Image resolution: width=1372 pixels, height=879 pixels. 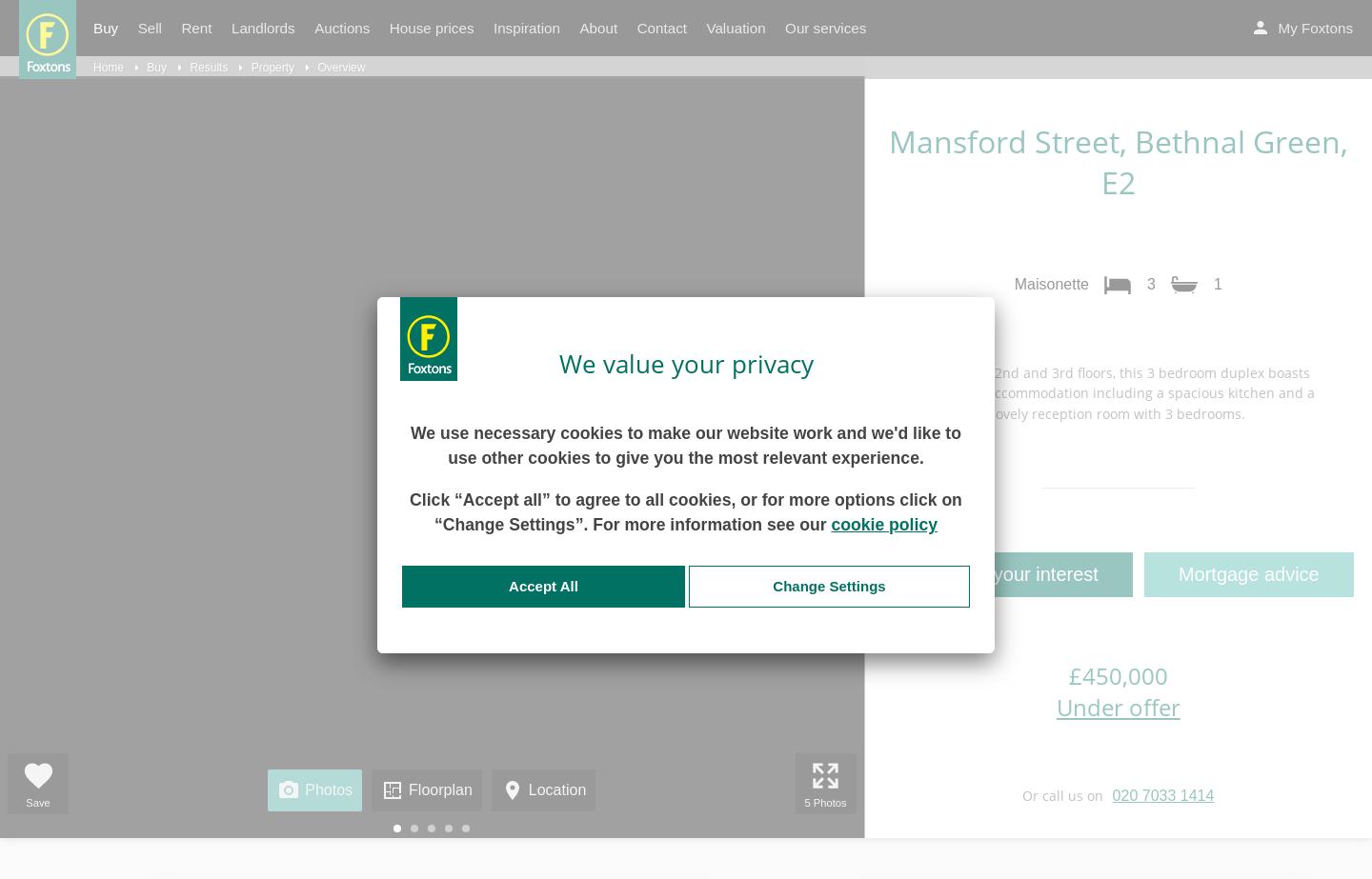 What do you see at coordinates (1314, 28) in the screenshot?
I see `'My Foxtons'` at bounding box center [1314, 28].